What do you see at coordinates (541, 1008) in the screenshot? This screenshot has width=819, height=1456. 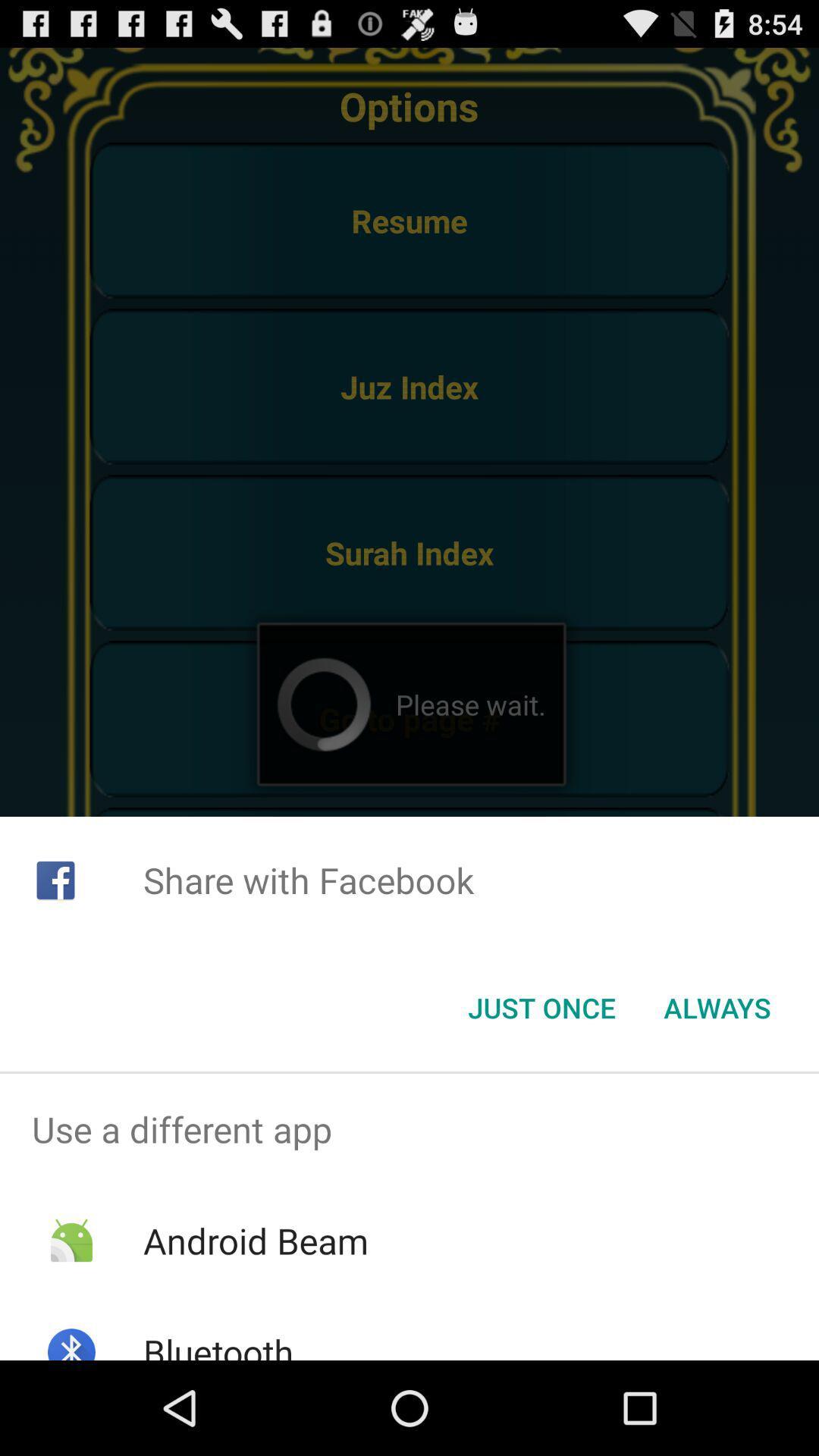 I see `icon below the share with facebook` at bounding box center [541, 1008].